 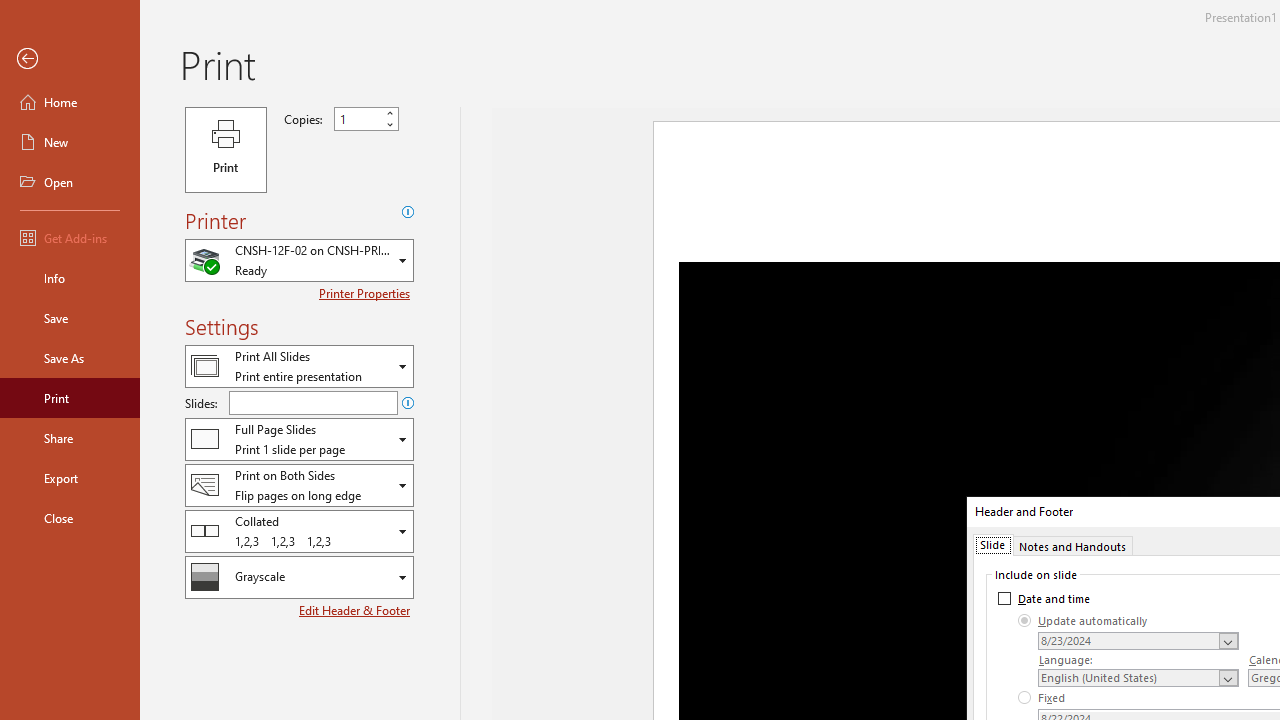 What do you see at coordinates (1082, 620) in the screenshot?
I see `'Update automatically'` at bounding box center [1082, 620].